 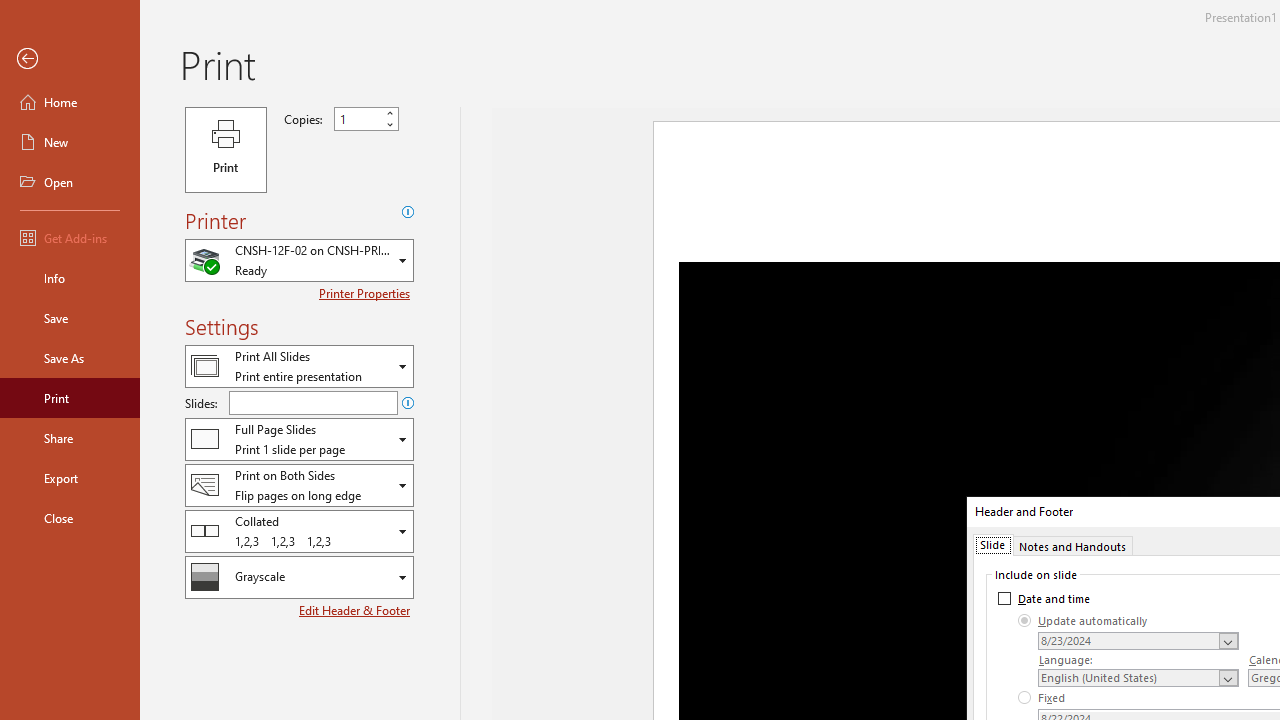 What do you see at coordinates (1082, 620) in the screenshot?
I see `'Update automatically'` at bounding box center [1082, 620].